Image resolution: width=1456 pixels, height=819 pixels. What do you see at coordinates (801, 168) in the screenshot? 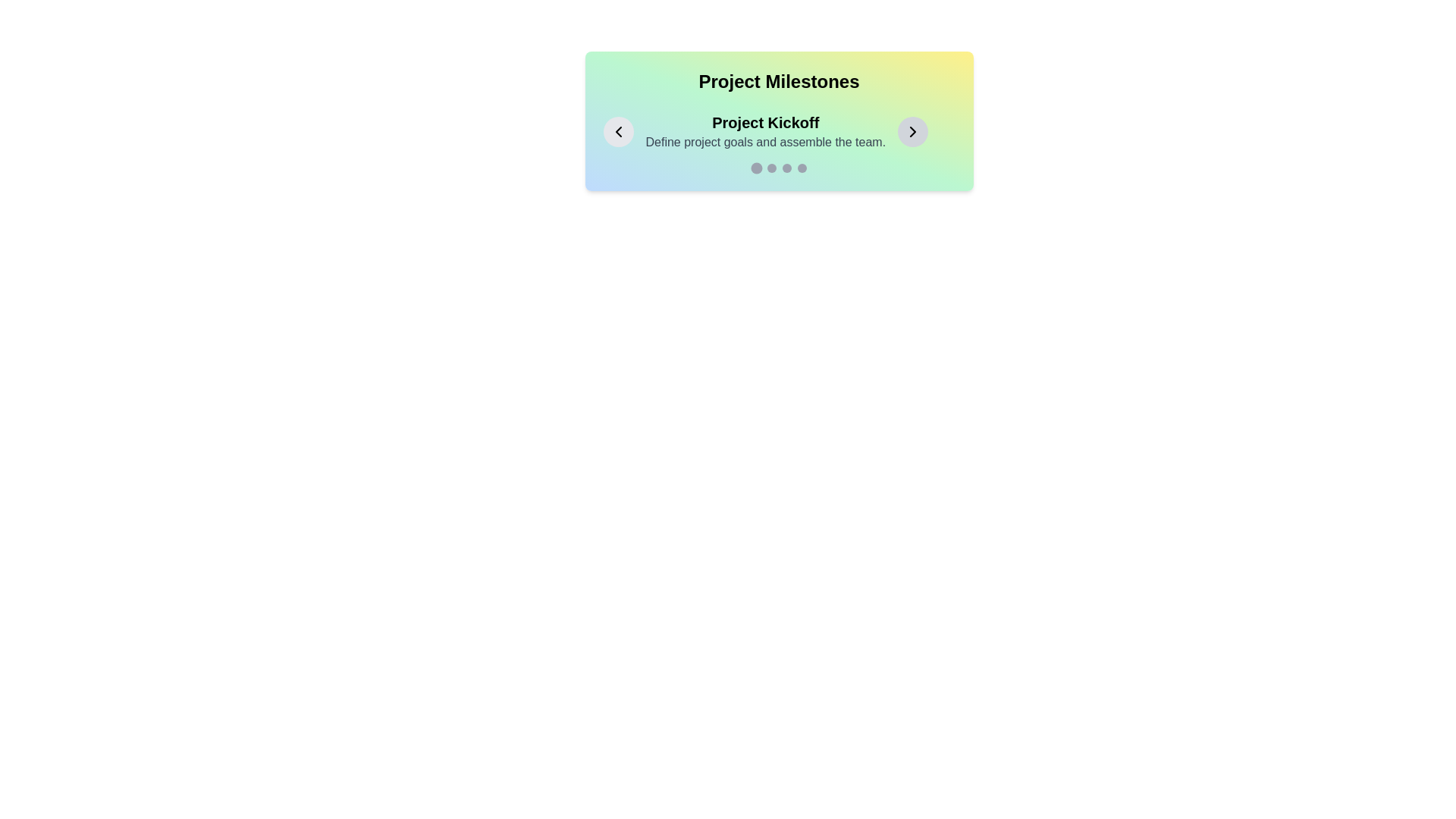
I see `the fourth circular pagination dot with a gray background, positioned in a sequence of similar indicators beneath a descriptive text section` at bounding box center [801, 168].